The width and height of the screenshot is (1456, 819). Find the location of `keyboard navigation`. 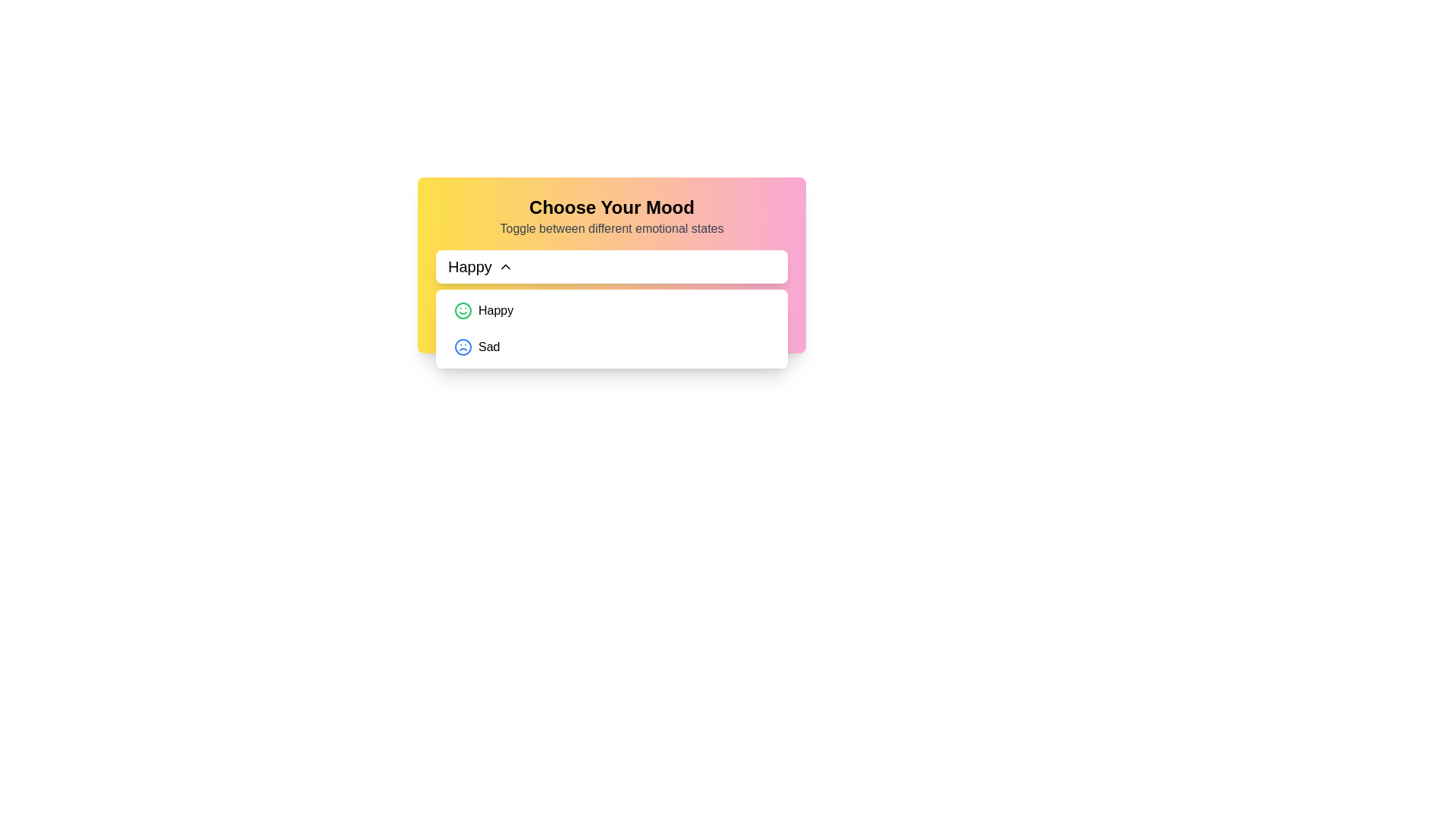

keyboard navigation is located at coordinates (611, 265).